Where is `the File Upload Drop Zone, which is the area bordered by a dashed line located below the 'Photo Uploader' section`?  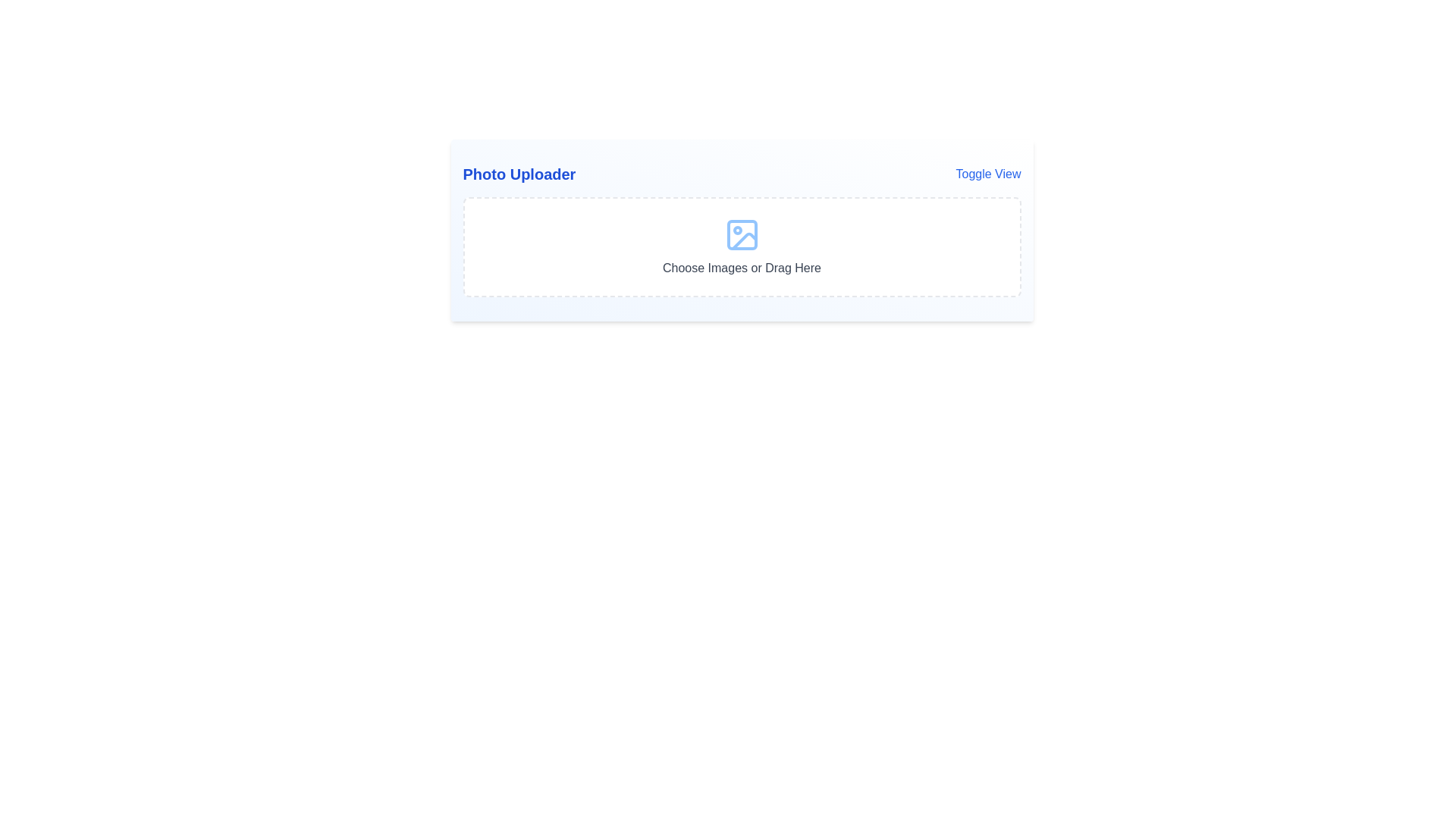
the File Upload Drop Zone, which is the area bordered by a dashed line located below the 'Photo Uploader' section is located at coordinates (742, 246).